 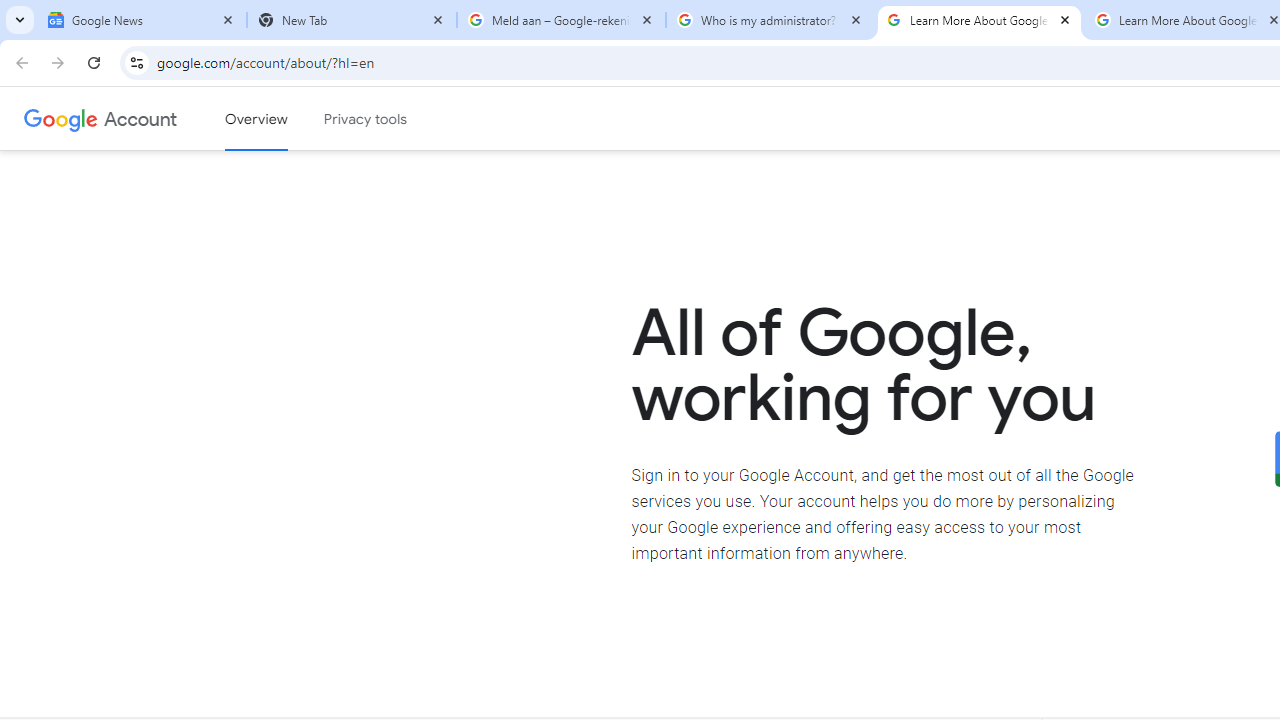 I want to click on 'Google logo', so click(x=61, y=118).